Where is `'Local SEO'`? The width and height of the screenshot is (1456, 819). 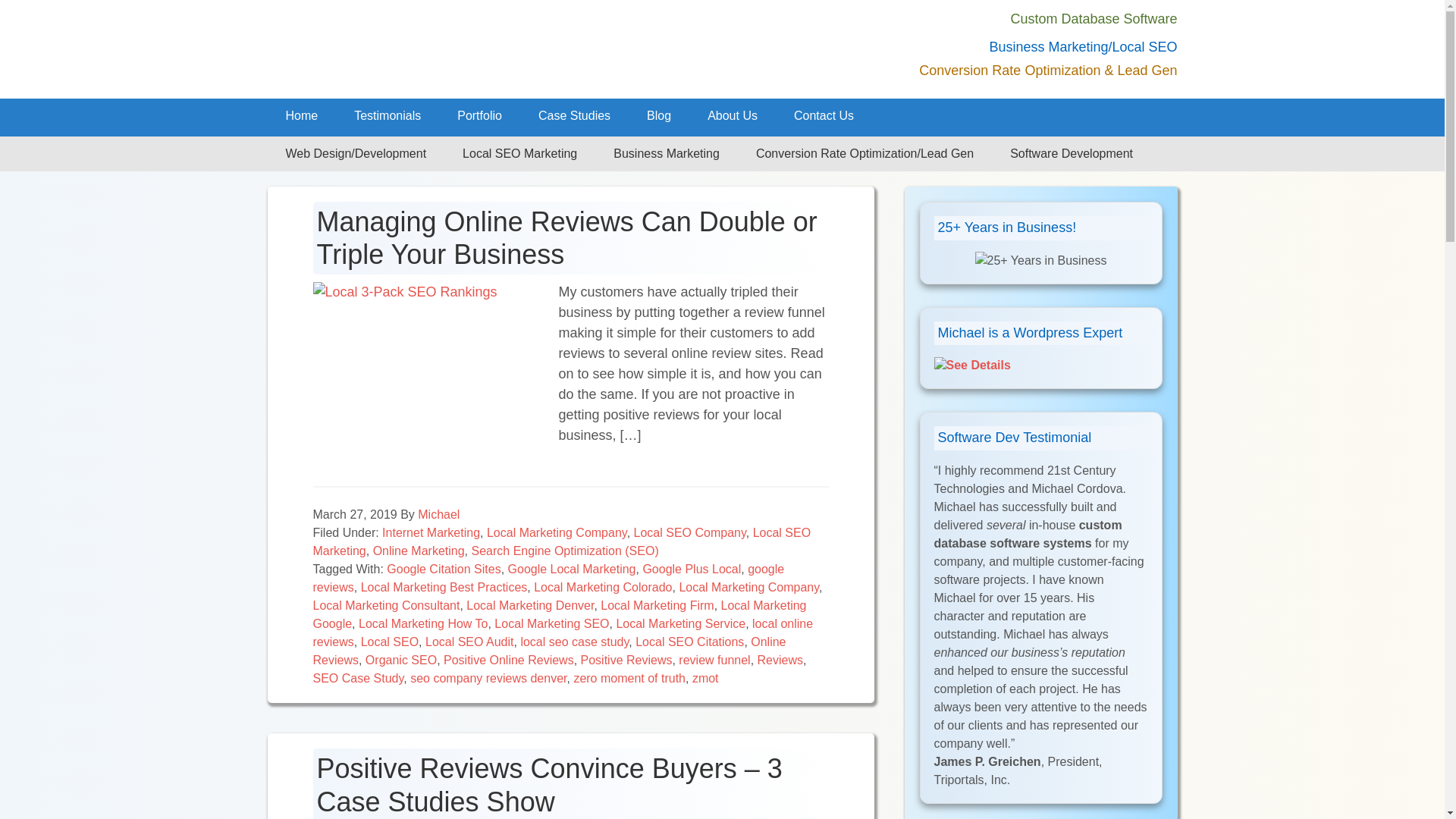 'Local SEO' is located at coordinates (389, 642).